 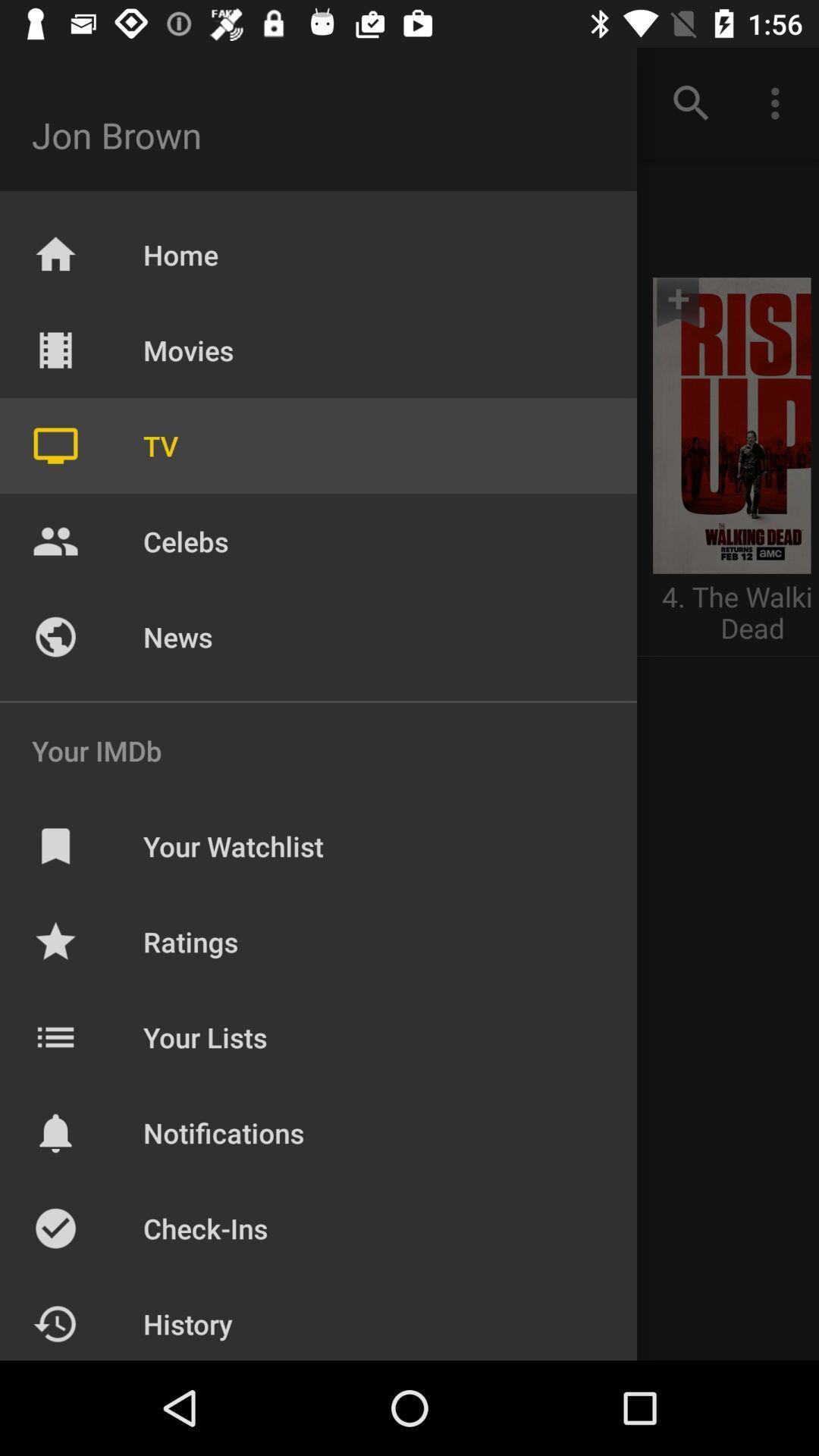 What do you see at coordinates (692, 316) in the screenshot?
I see `the bookmark icon` at bounding box center [692, 316].